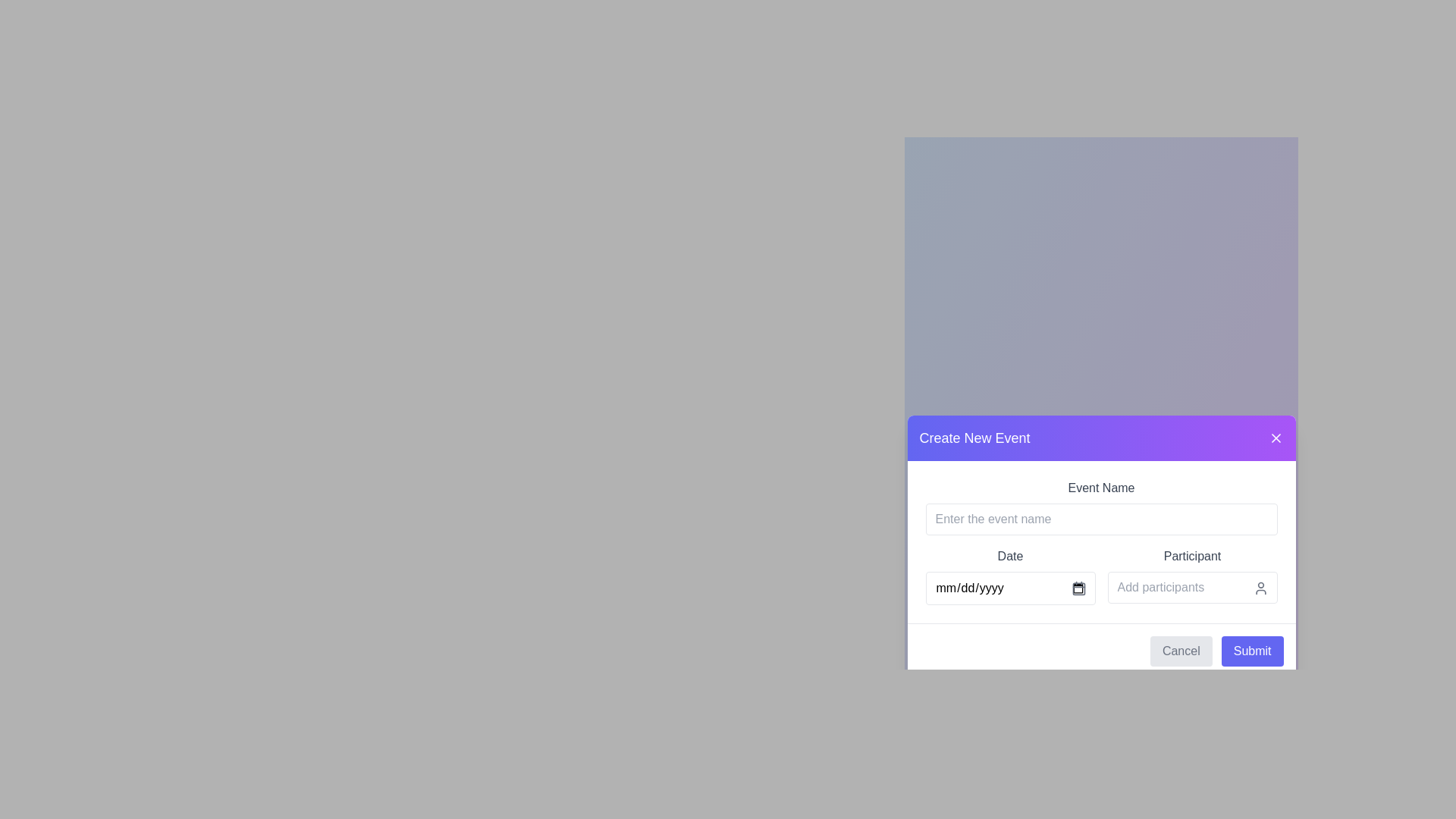 The image size is (1456, 819). What do you see at coordinates (1260, 587) in the screenshot?
I see `the user icon located in the top-right corner of the 'Add participants' input field, which is styled to resemble a person's head and shoulders and is gray in color` at bounding box center [1260, 587].